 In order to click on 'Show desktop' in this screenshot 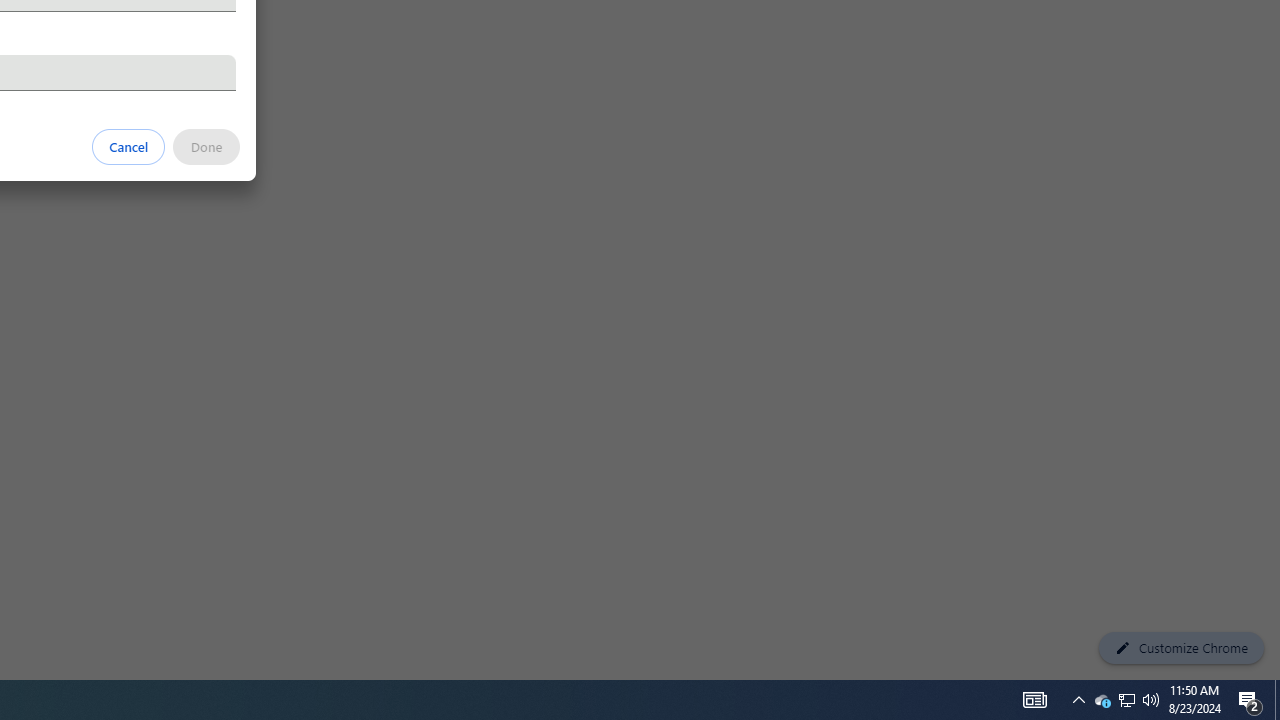, I will do `click(1276, 698)`.